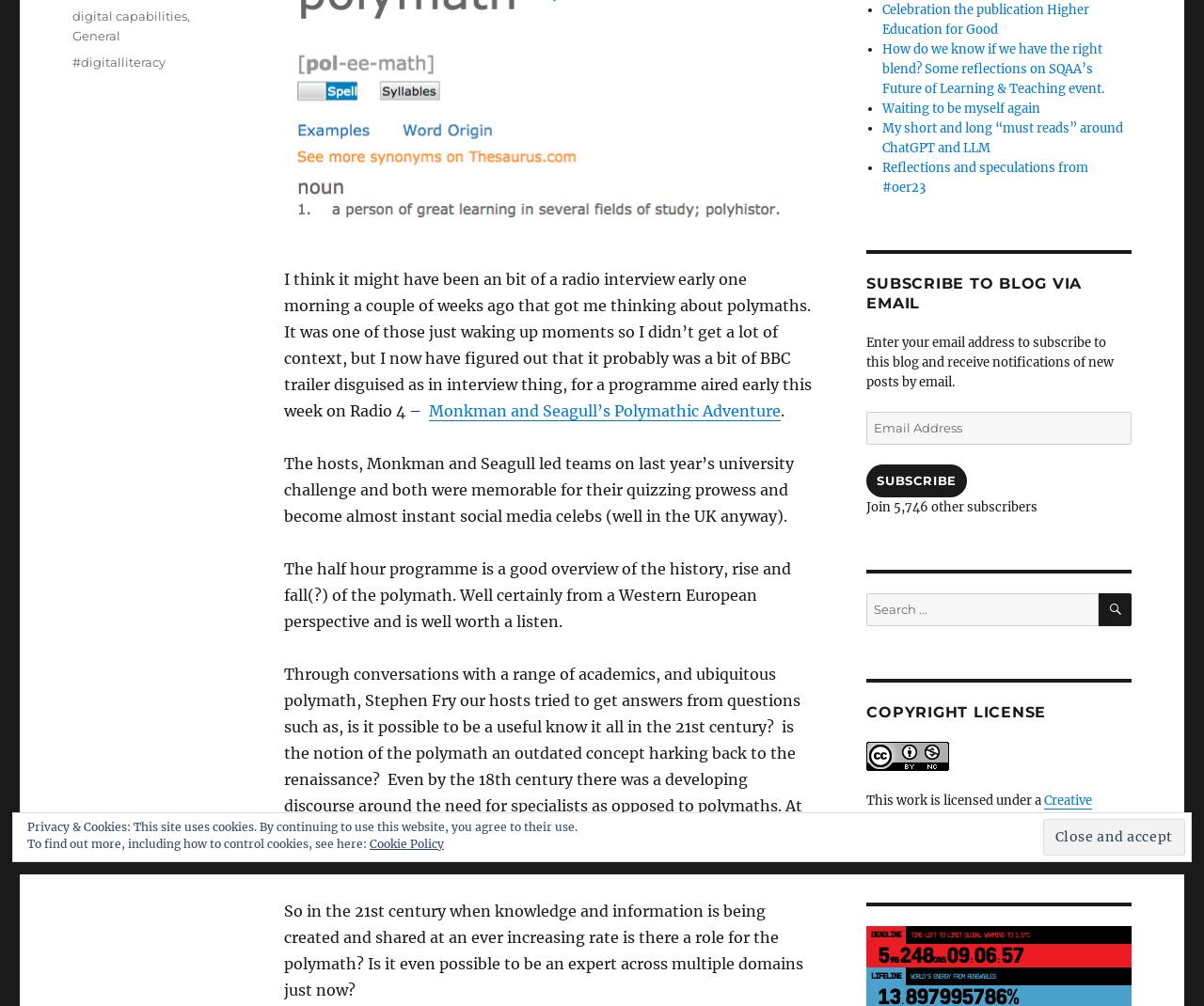  I want to click on '06', so click(984, 954).